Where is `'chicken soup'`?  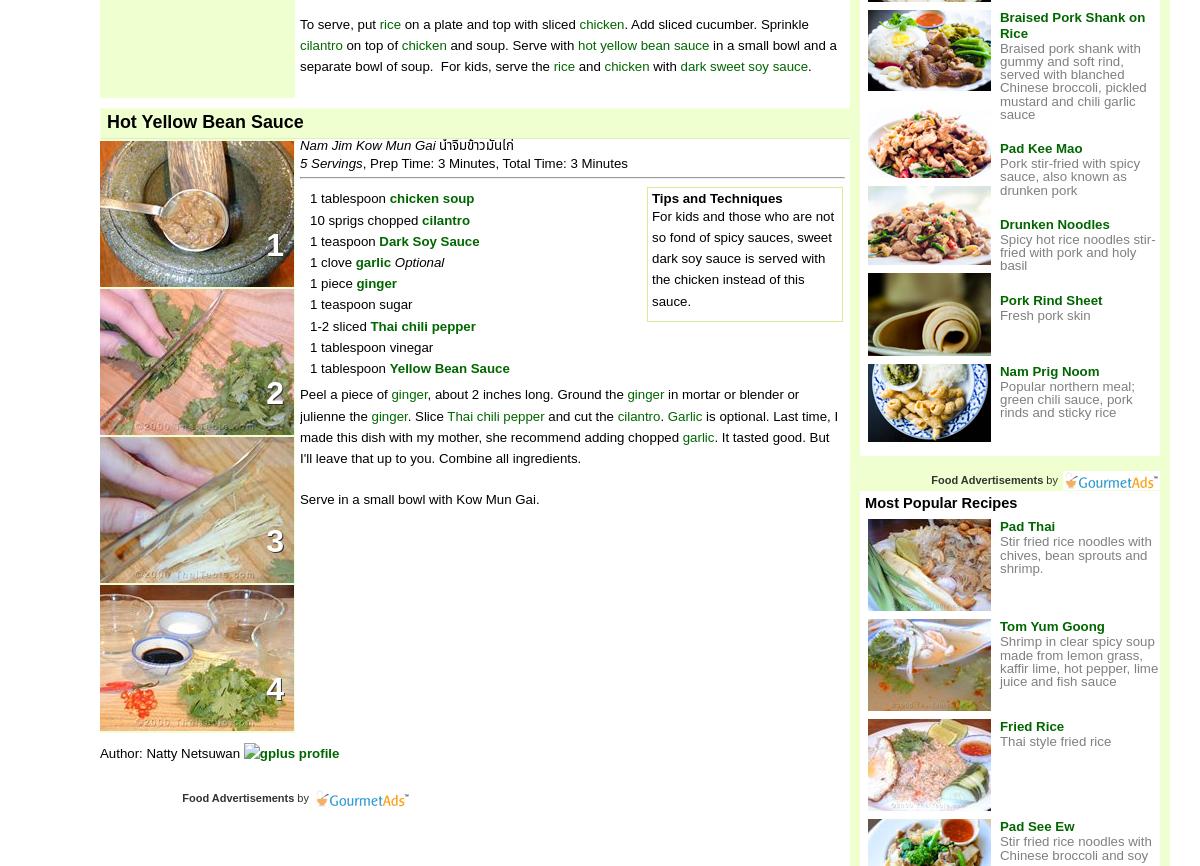 'chicken soup' is located at coordinates (431, 198).